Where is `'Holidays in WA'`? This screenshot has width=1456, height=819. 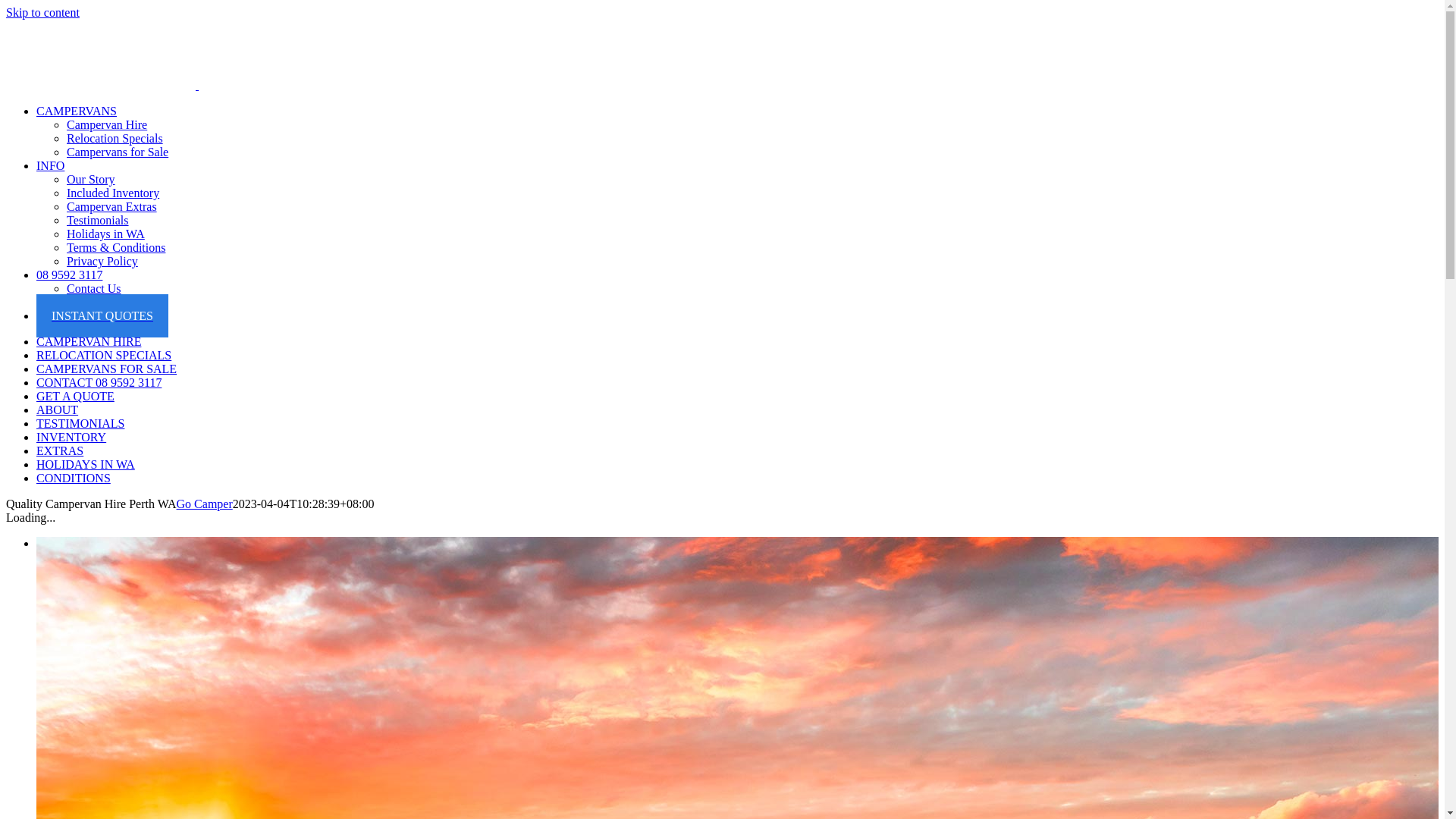 'Holidays in WA' is located at coordinates (65, 234).